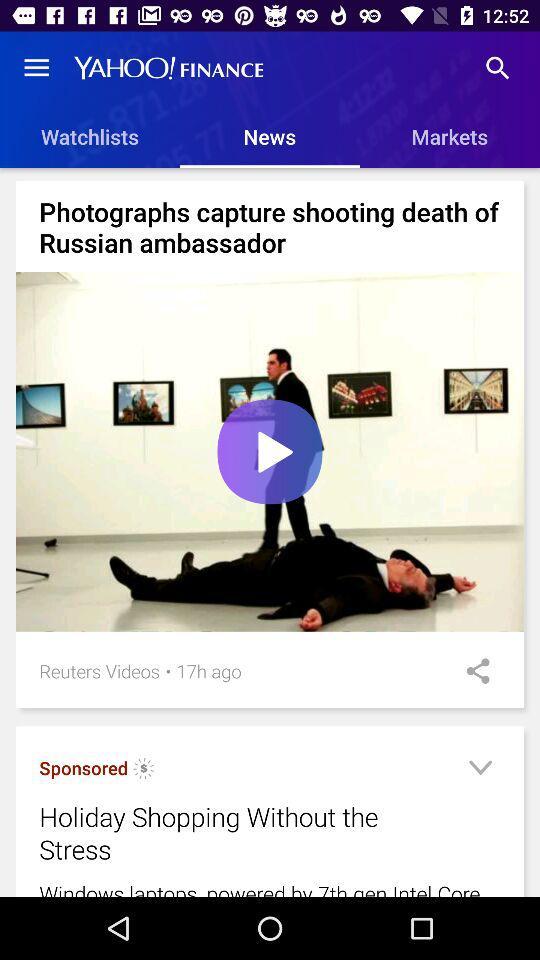 Image resolution: width=540 pixels, height=960 pixels. Describe the element at coordinates (82, 767) in the screenshot. I see `item above holiday shopping without item` at that location.